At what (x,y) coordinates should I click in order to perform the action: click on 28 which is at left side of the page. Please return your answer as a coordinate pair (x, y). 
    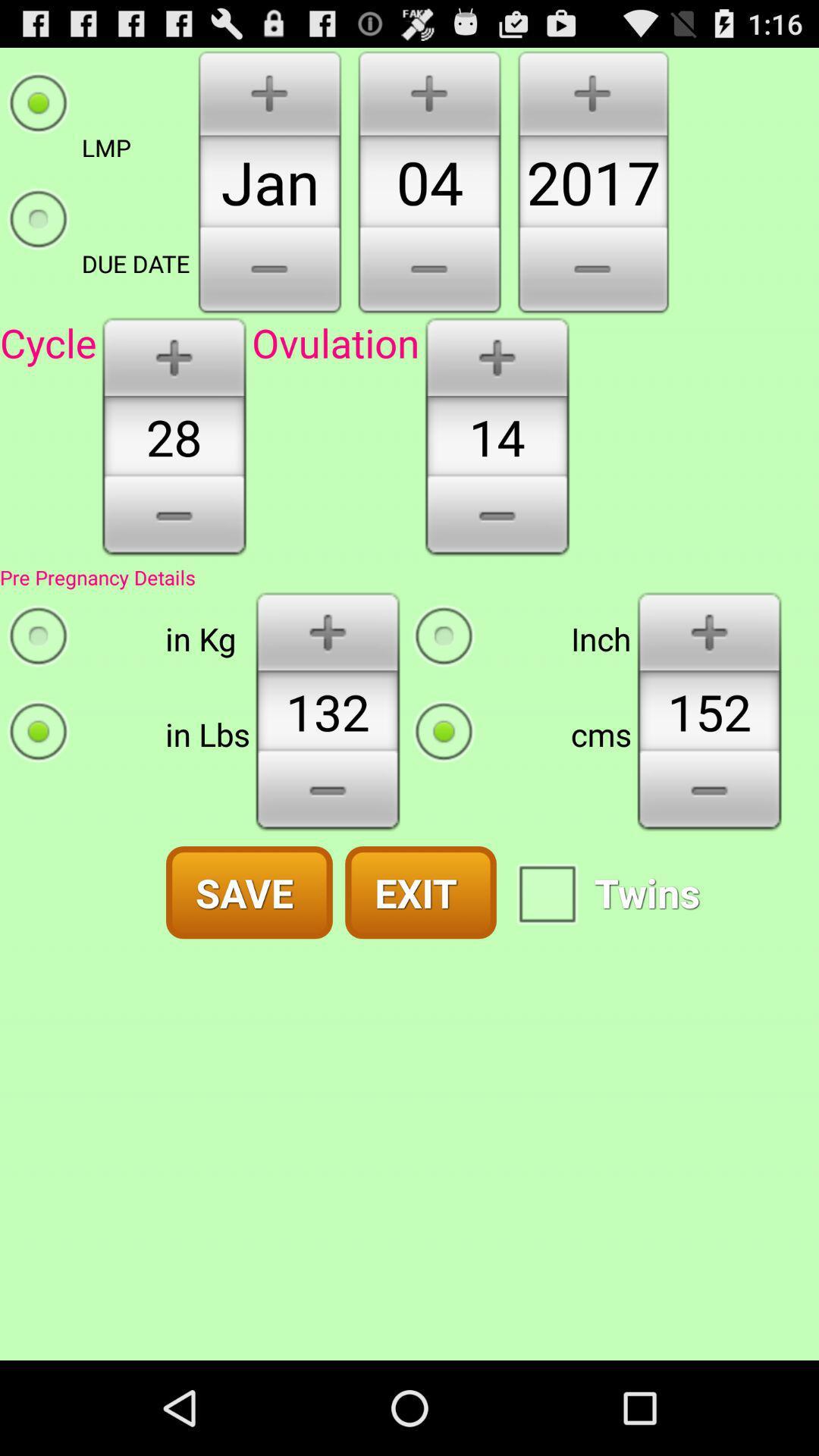
    Looking at the image, I should click on (174, 436).